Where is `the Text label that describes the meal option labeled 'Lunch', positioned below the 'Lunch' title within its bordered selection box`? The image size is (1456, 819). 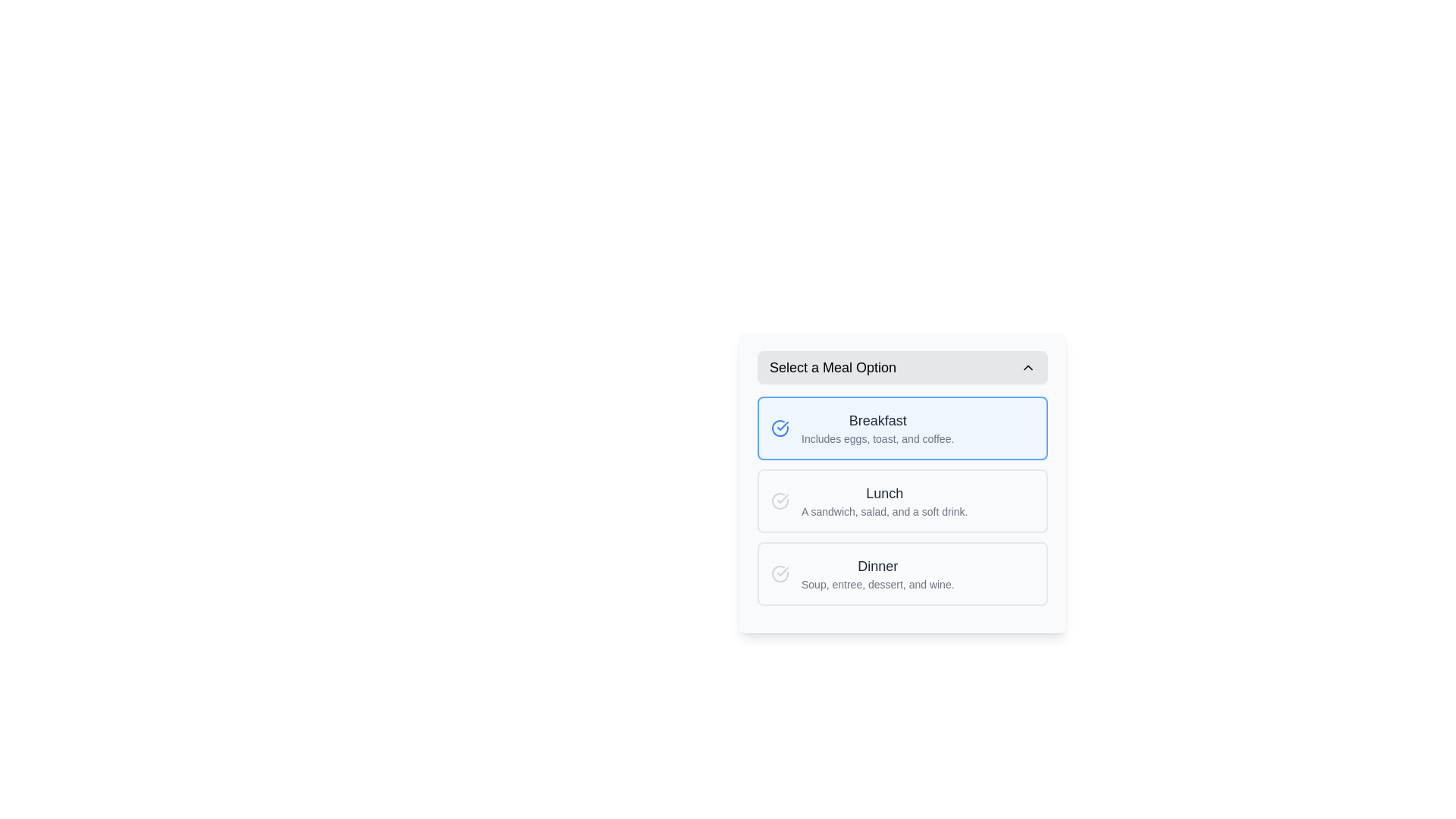
the Text label that describes the meal option labeled 'Lunch', positioned below the 'Lunch' title within its bordered selection box is located at coordinates (884, 512).